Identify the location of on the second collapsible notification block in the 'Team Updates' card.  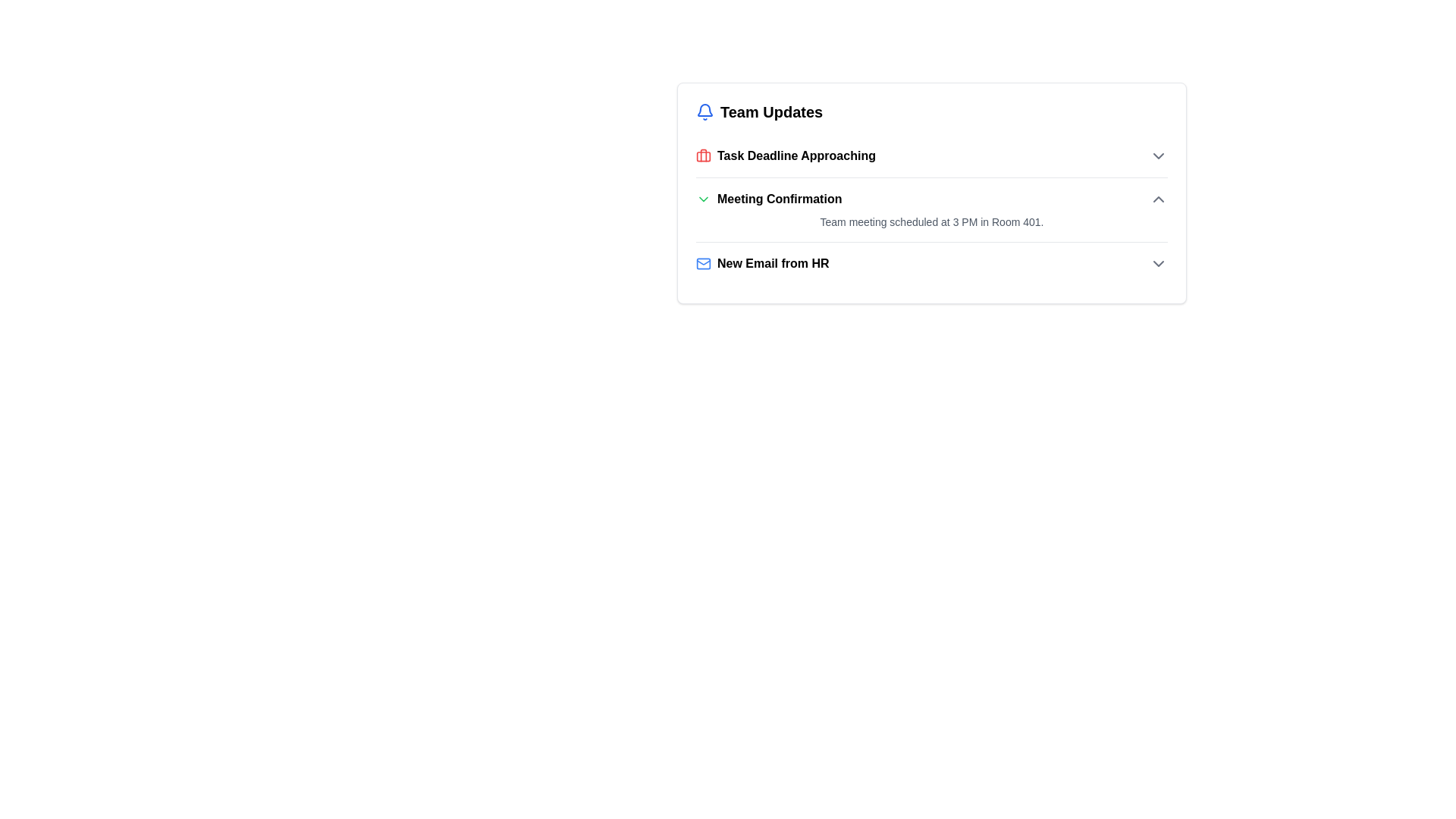
(930, 210).